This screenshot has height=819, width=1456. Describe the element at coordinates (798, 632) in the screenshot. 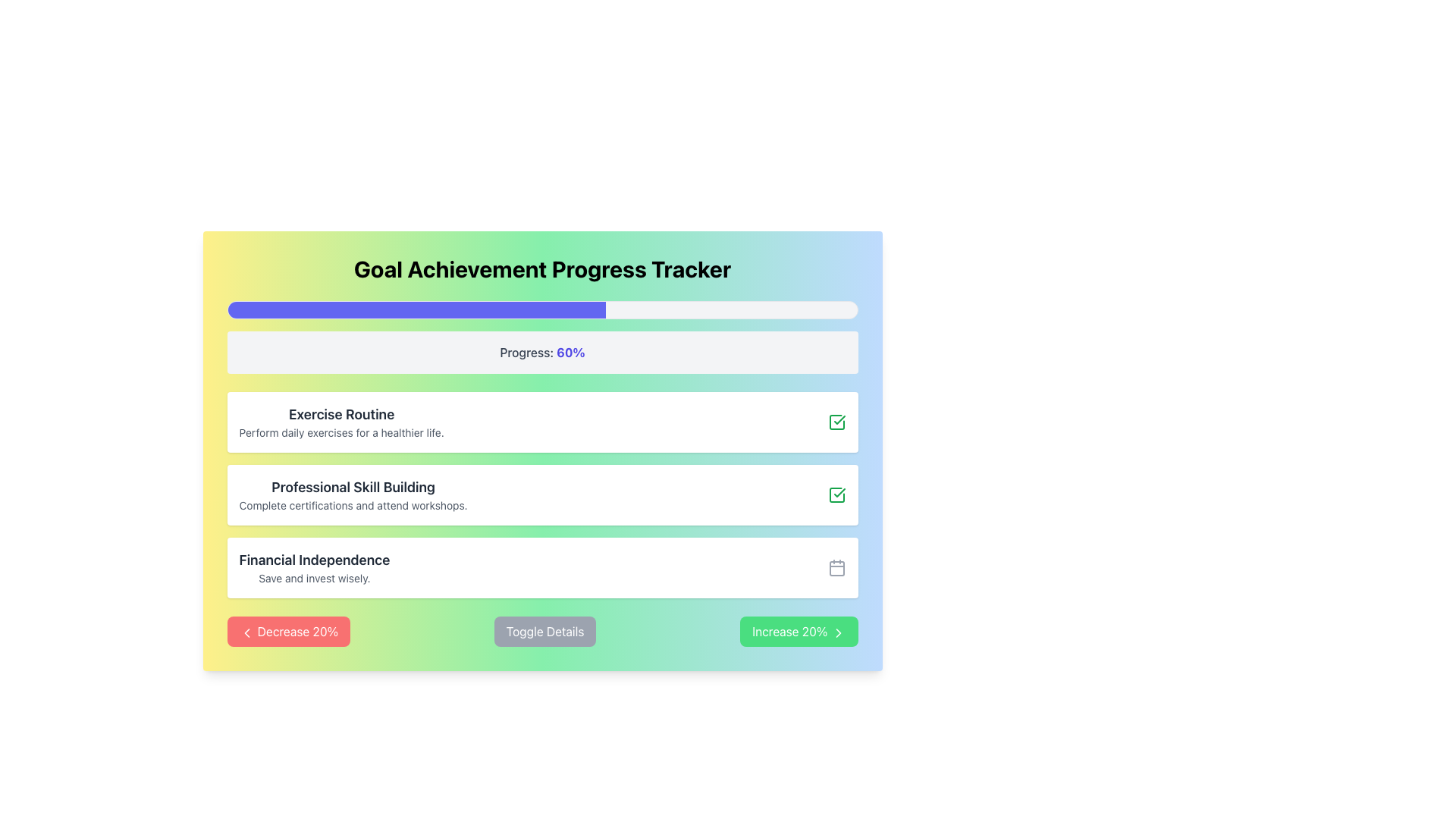

I see `the third button in the bottom-right corner of the interface` at that location.